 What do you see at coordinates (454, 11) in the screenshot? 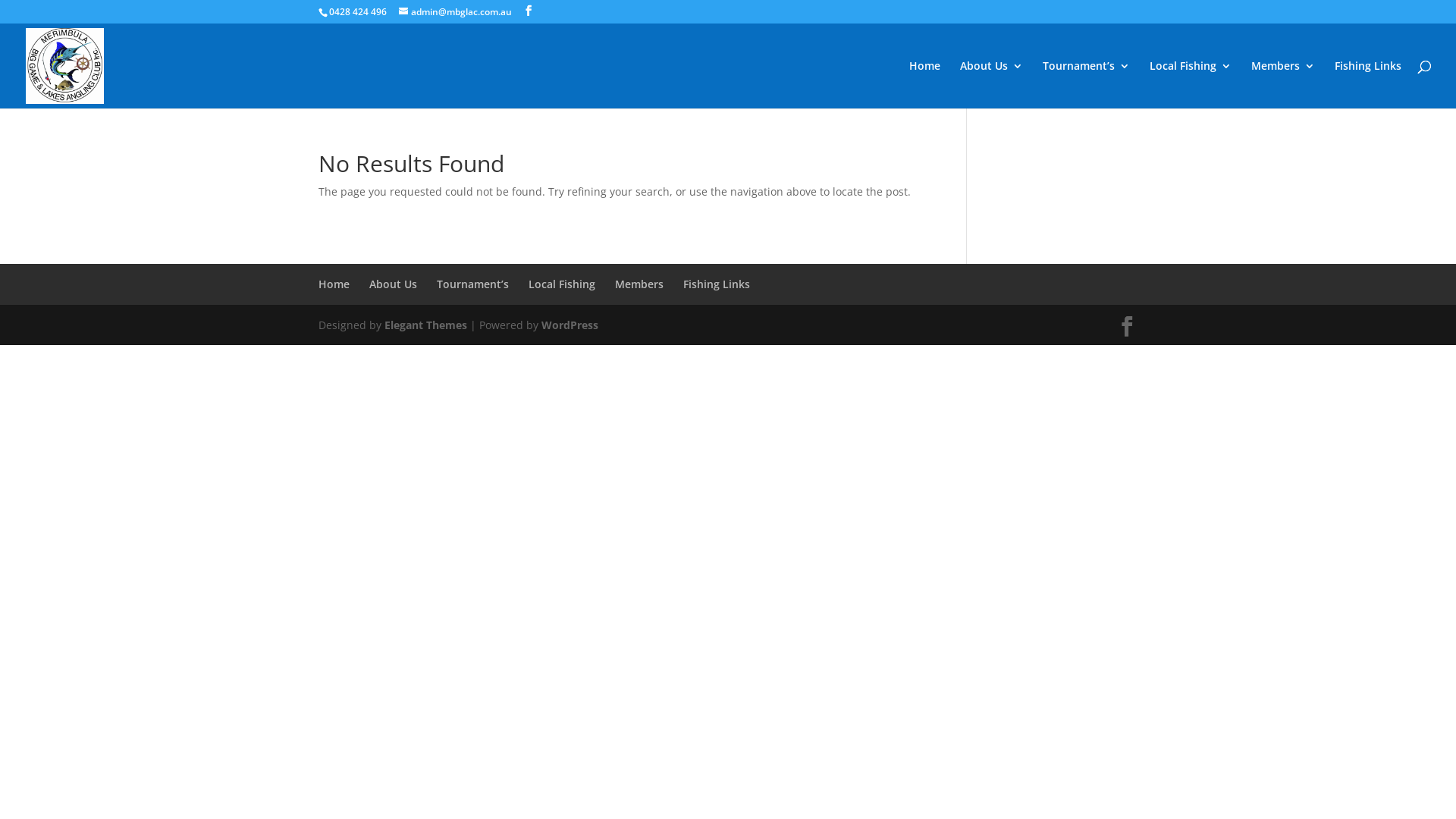
I see `'admin@mbglac.com.au'` at bounding box center [454, 11].